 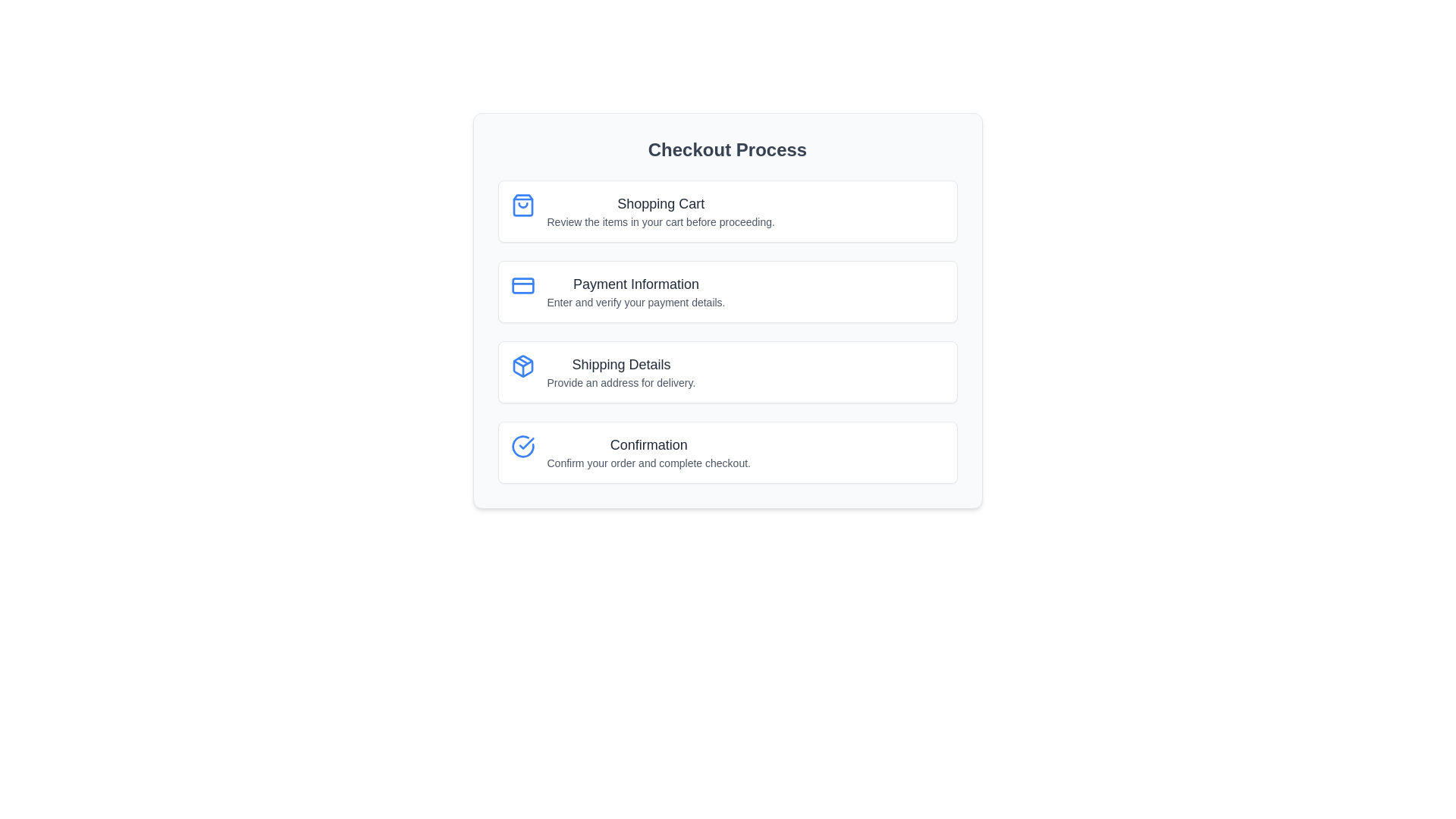 I want to click on the 'Confirmation' text label which is displayed in bold, large dark gray font, located at the bottom of the checkout process steps, just above the explanatory text, so click(x=648, y=444).